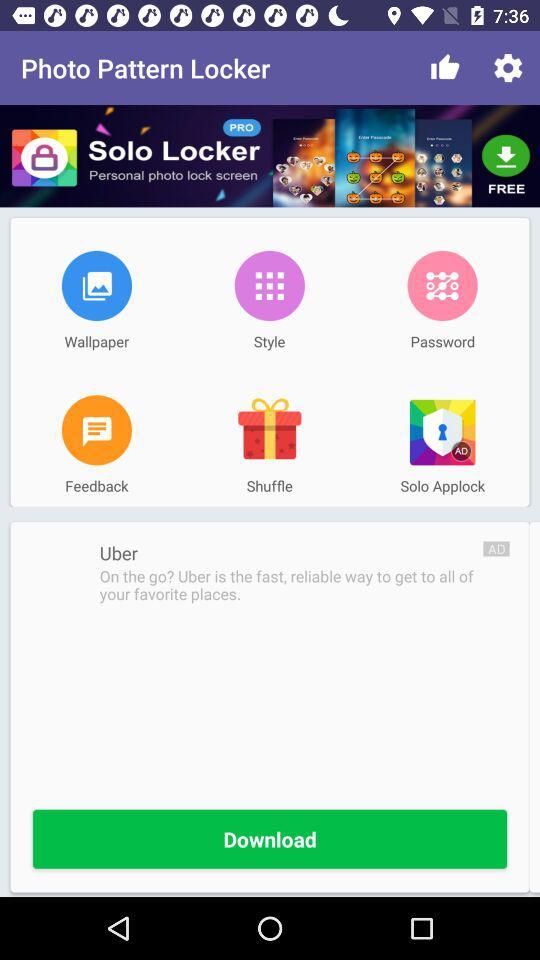 The height and width of the screenshot is (960, 540). Describe the element at coordinates (442, 284) in the screenshot. I see `icon to the right of the style item` at that location.